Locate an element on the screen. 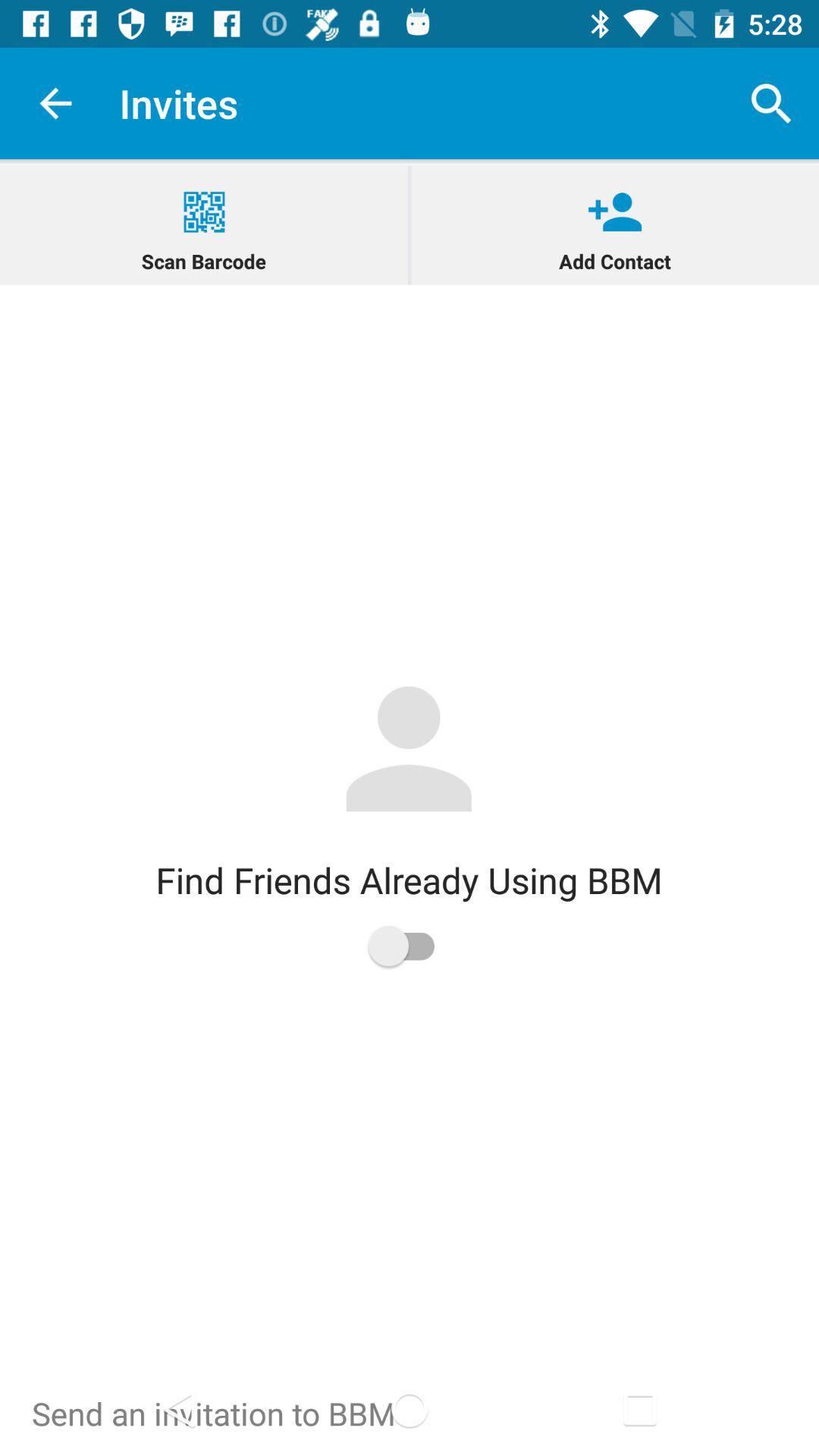  app next to the invites icon is located at coordinates (55, 102).